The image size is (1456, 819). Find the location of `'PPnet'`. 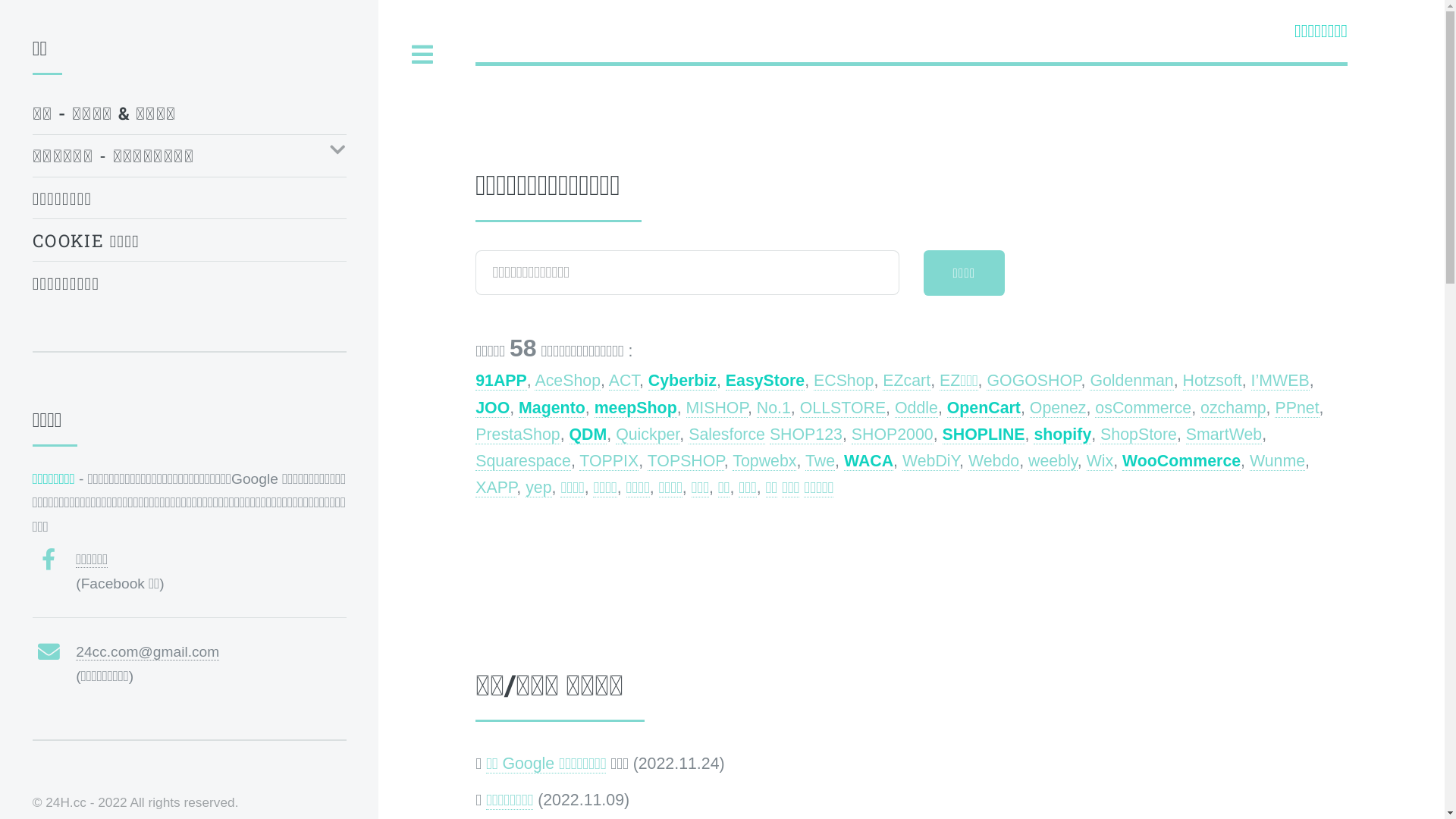

'PPnet' is located at coordinates (1274, 407).